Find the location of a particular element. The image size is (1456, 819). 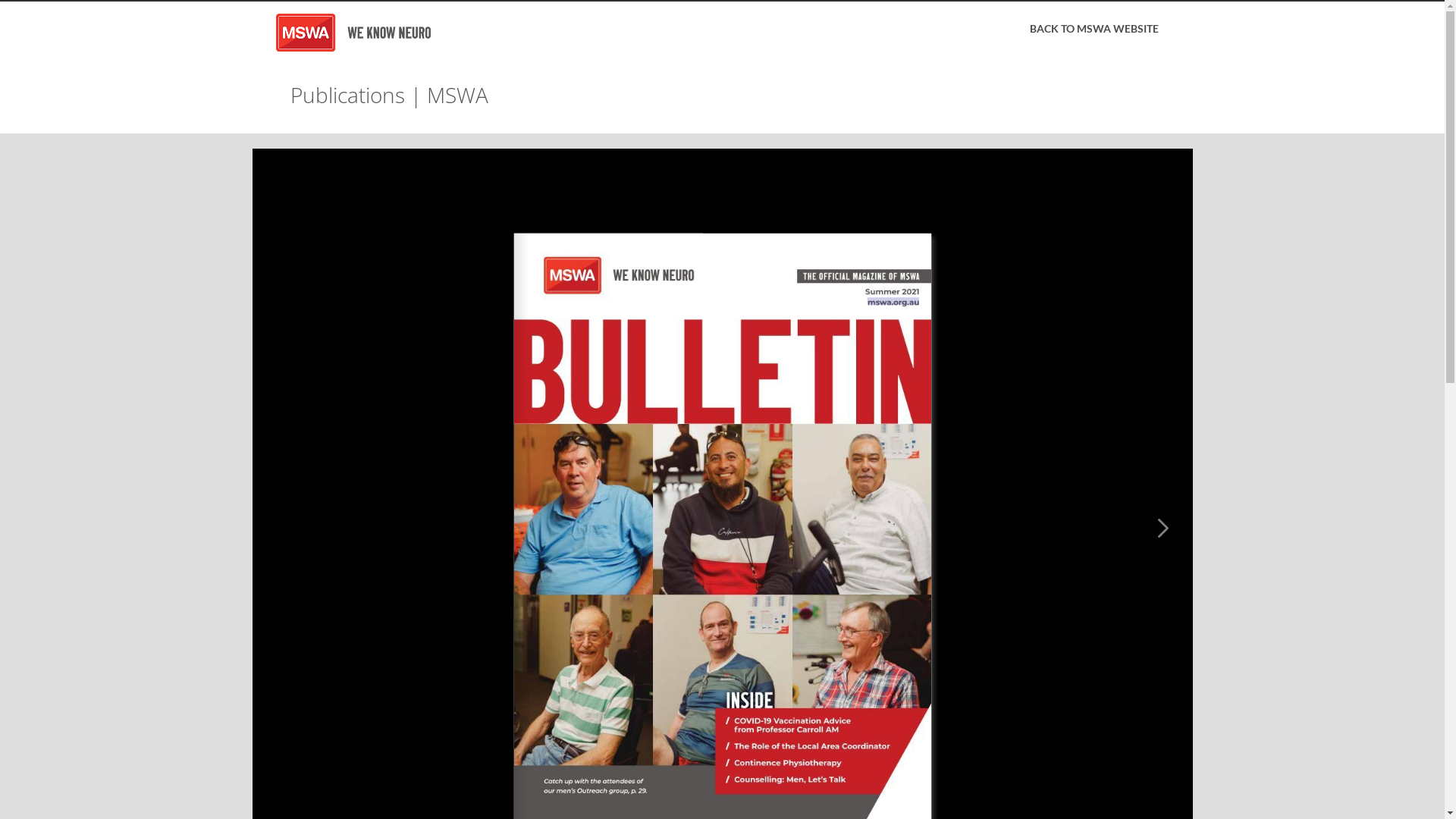

'BACK TO MSWA WEBSITE' is located at coordinates (1093, 29).